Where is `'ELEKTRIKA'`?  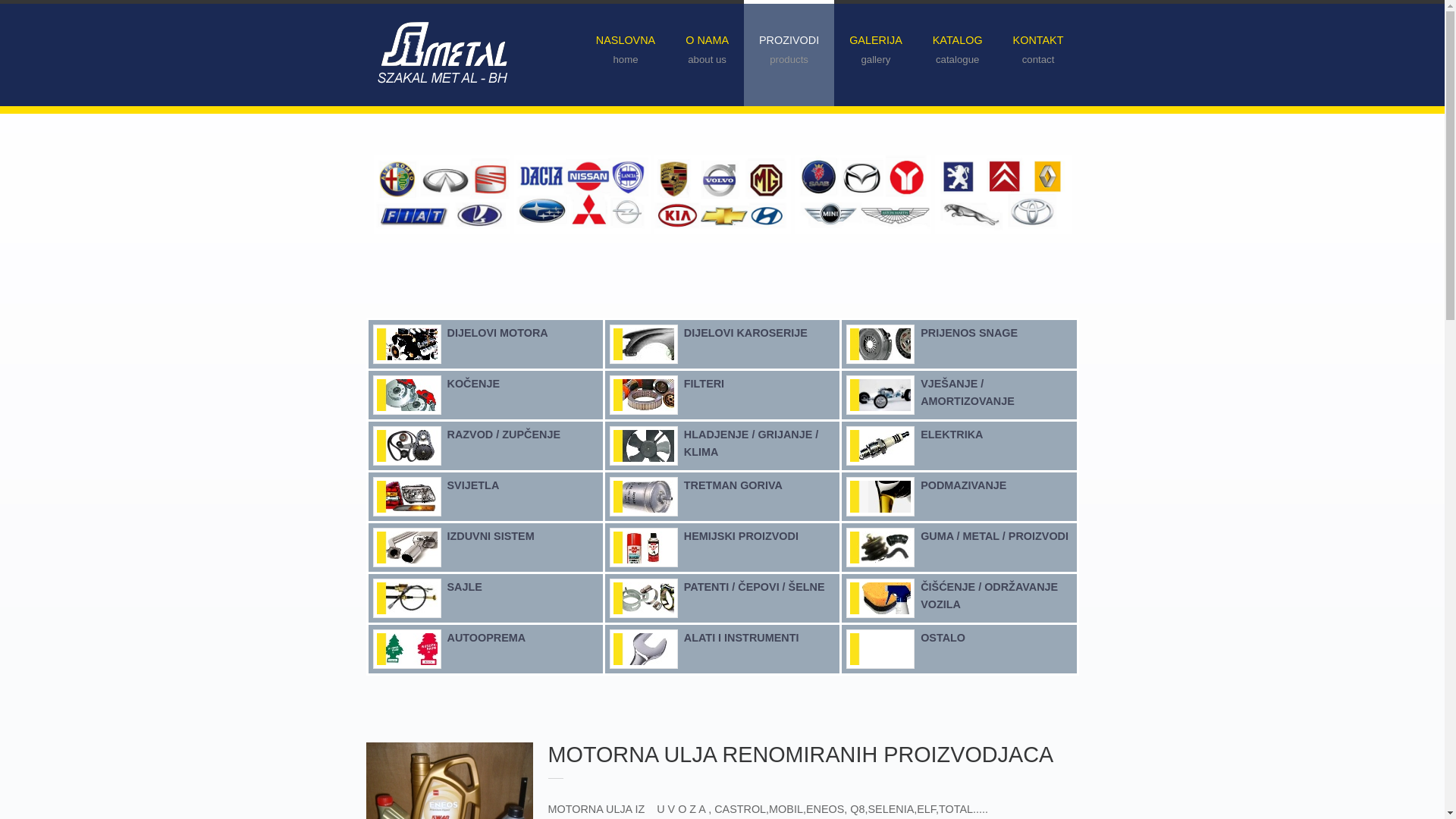 'ELEKTRIKA' is located at coordinates (950, 435).